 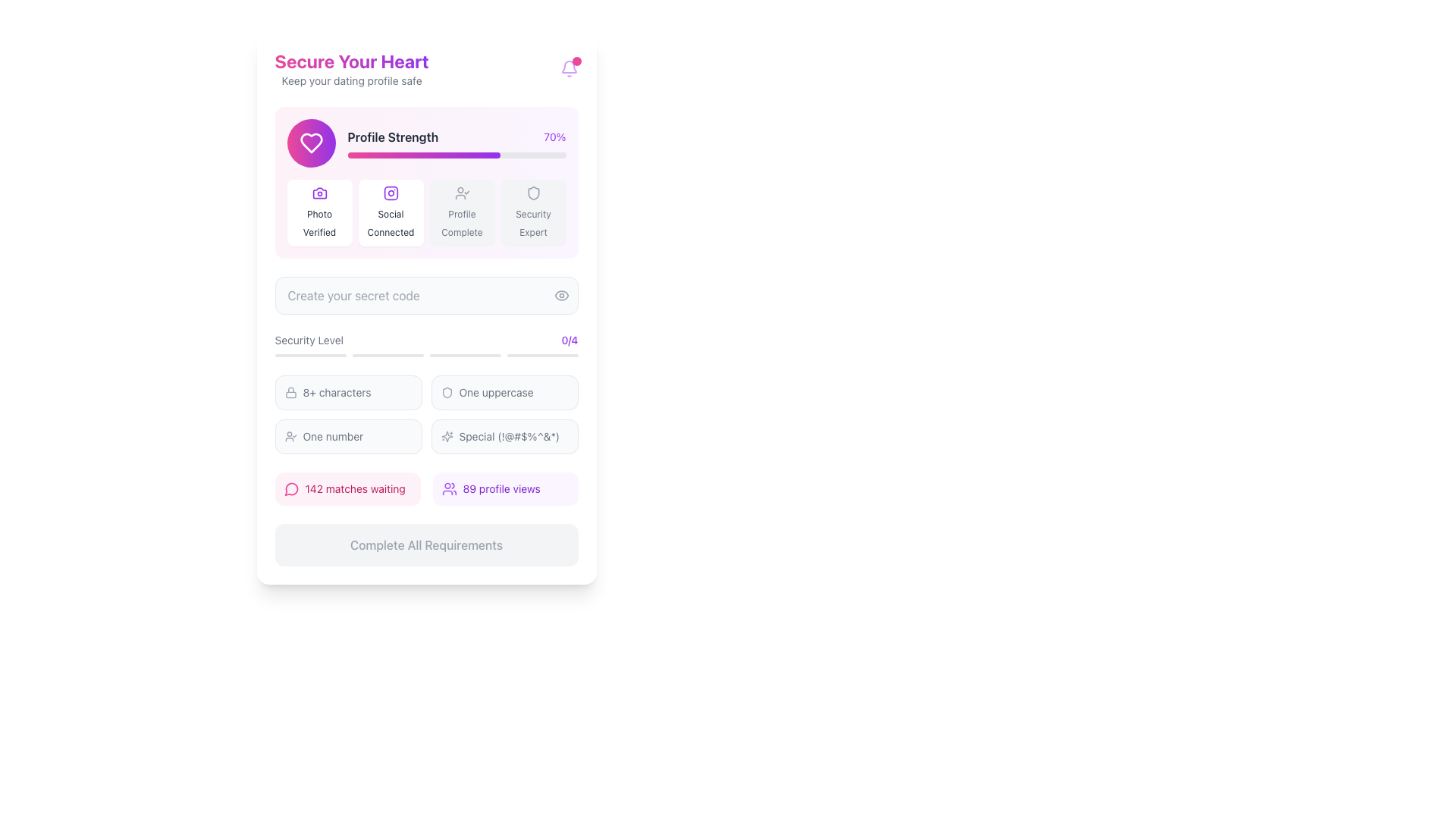 I want to click on the Text Label displaying 'Special (!@#$%^&*)', which is styled in a smaller gray font and is located under the 'Security Level' section at the bottom right of the main content box, so click(x=509, y=436).